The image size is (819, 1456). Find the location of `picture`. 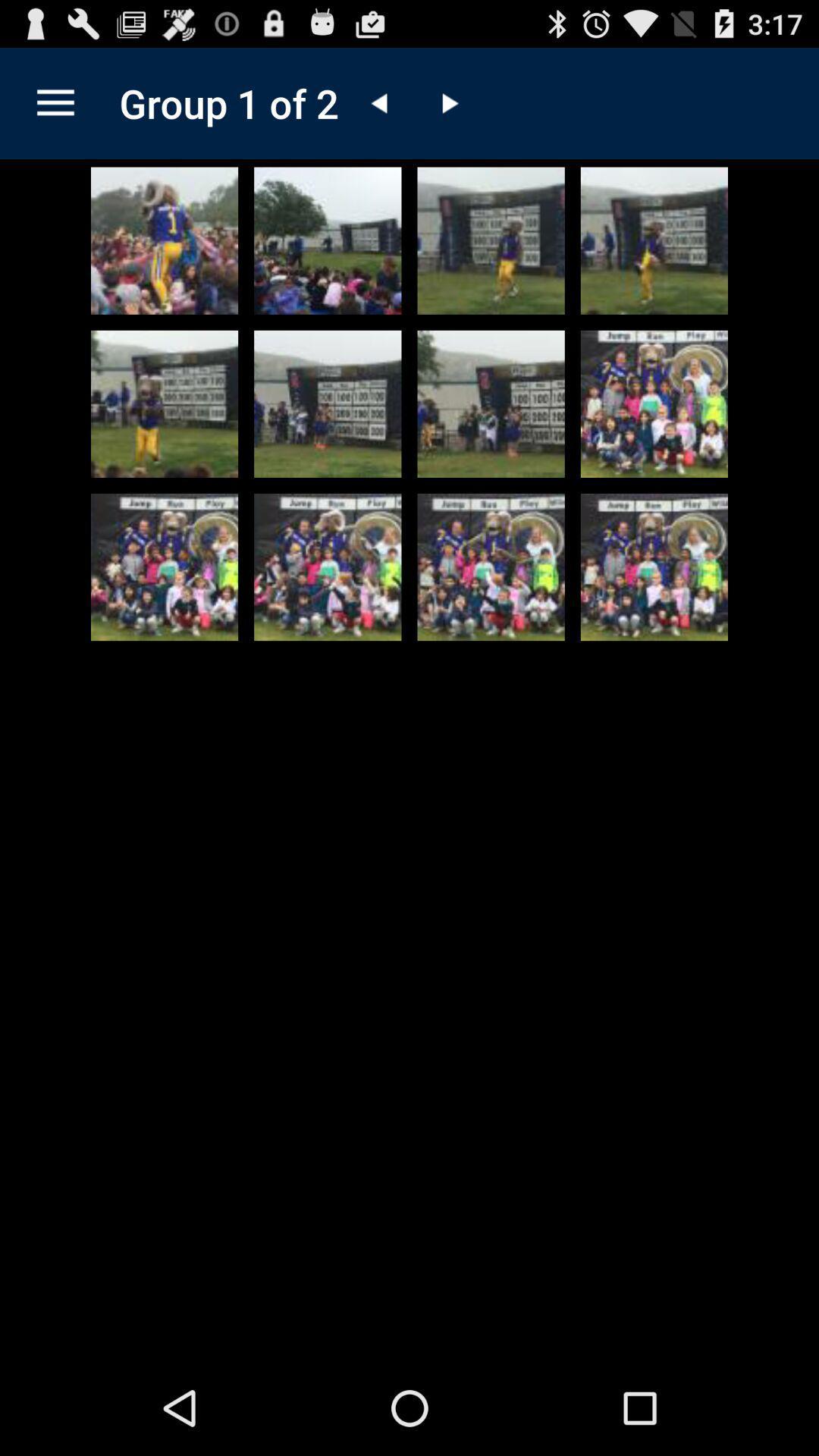

picture is located at coordinates (491, 566).